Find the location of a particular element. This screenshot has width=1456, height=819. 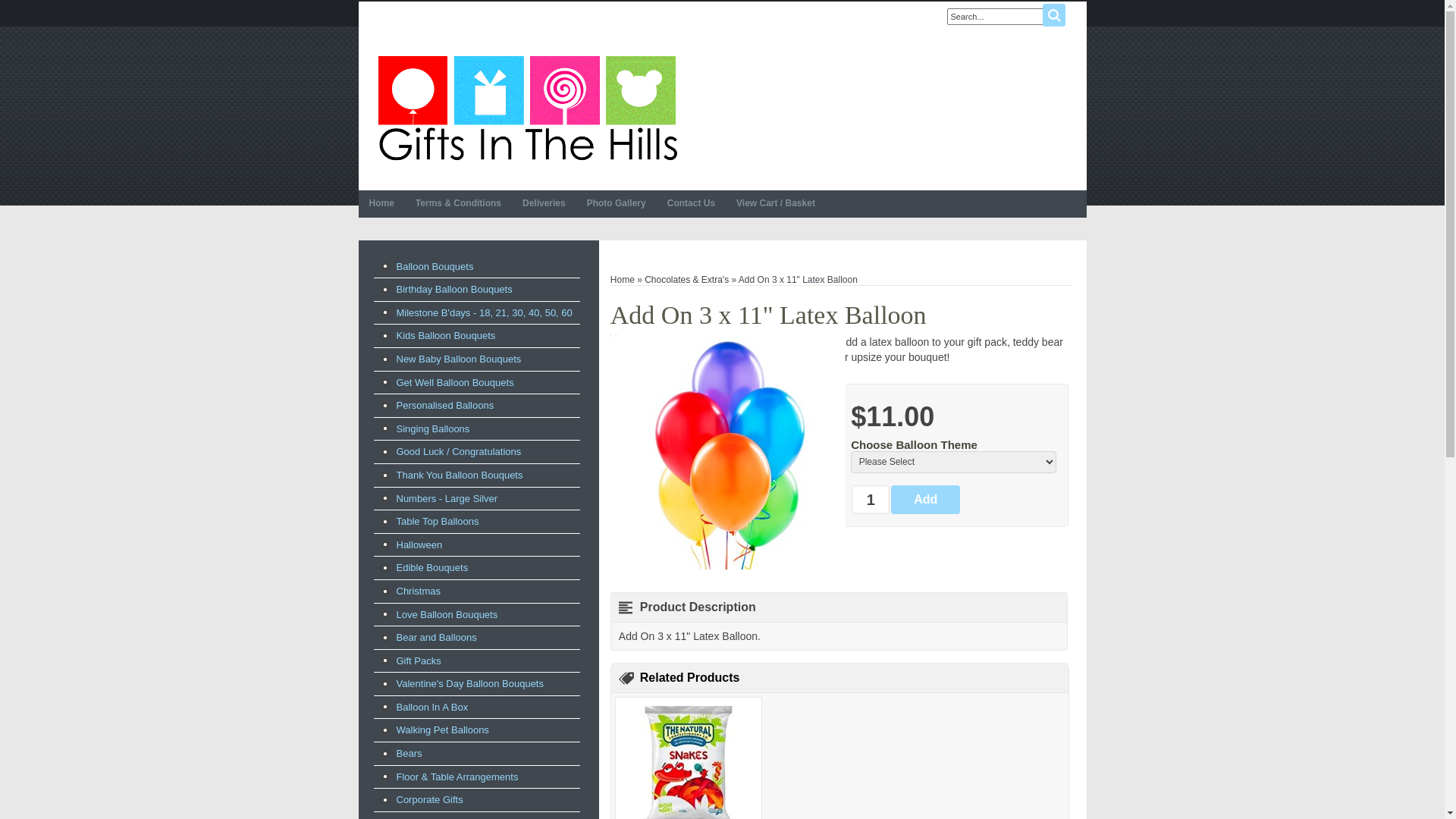

'Kids Balloon Bouquets' is located at coordinates (475, 335).